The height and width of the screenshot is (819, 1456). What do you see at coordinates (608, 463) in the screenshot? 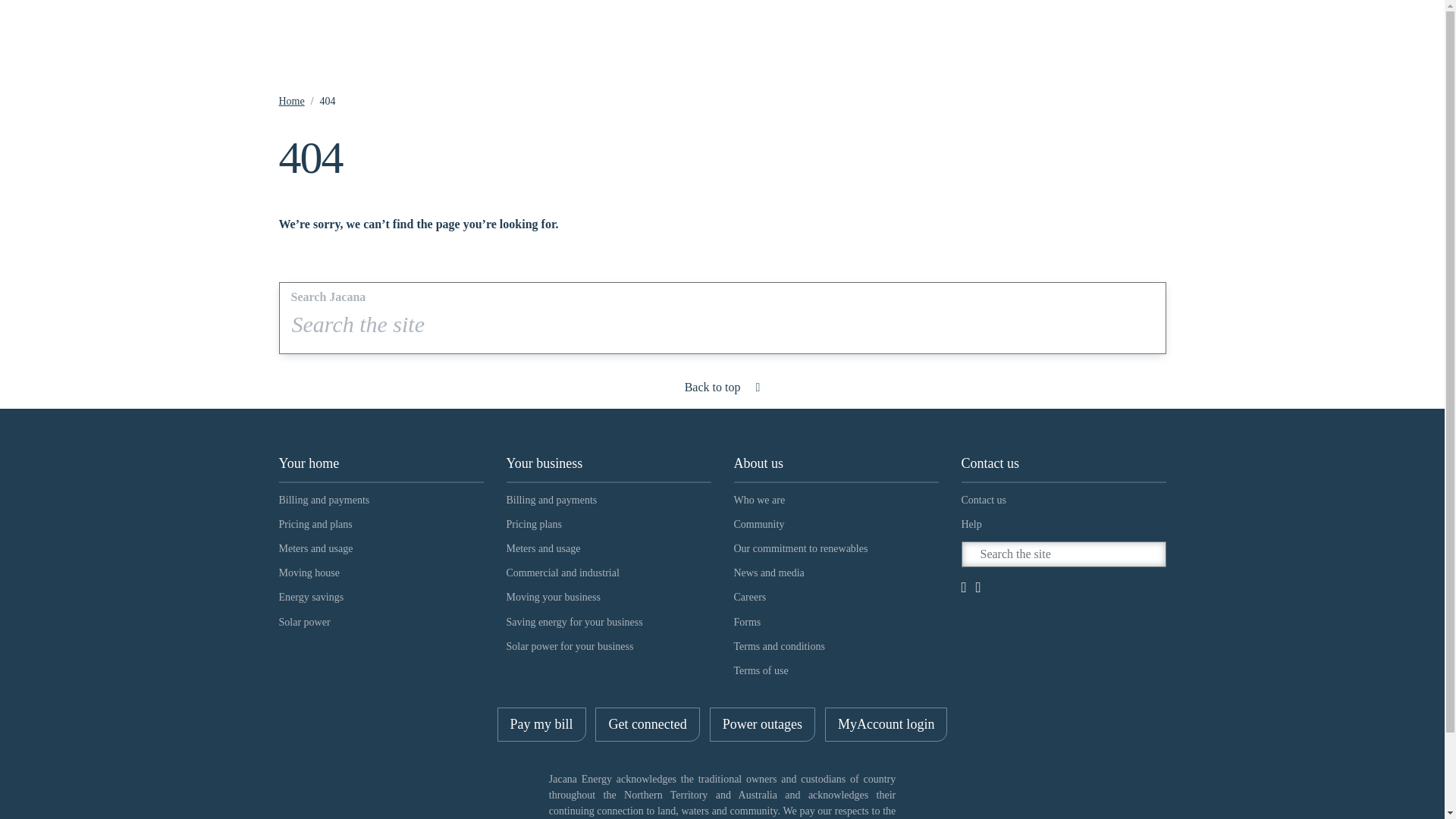
I see `'Your business'` at bounding box center [608, 463].